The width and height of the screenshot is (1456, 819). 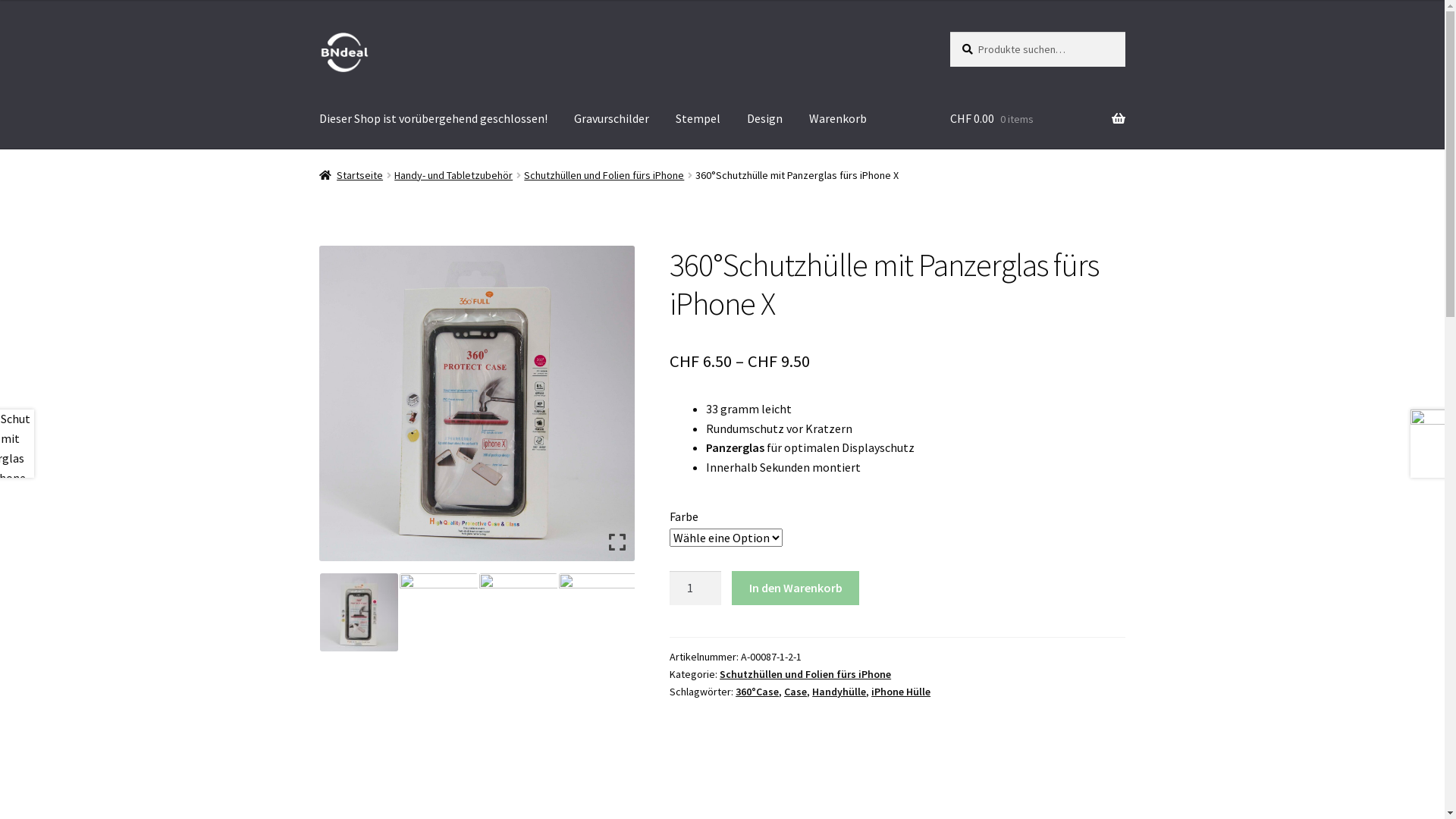 What do you see at coordinates (764, 118) in the screenshot?
I see `'Design'` at bounding box center [764, 118].